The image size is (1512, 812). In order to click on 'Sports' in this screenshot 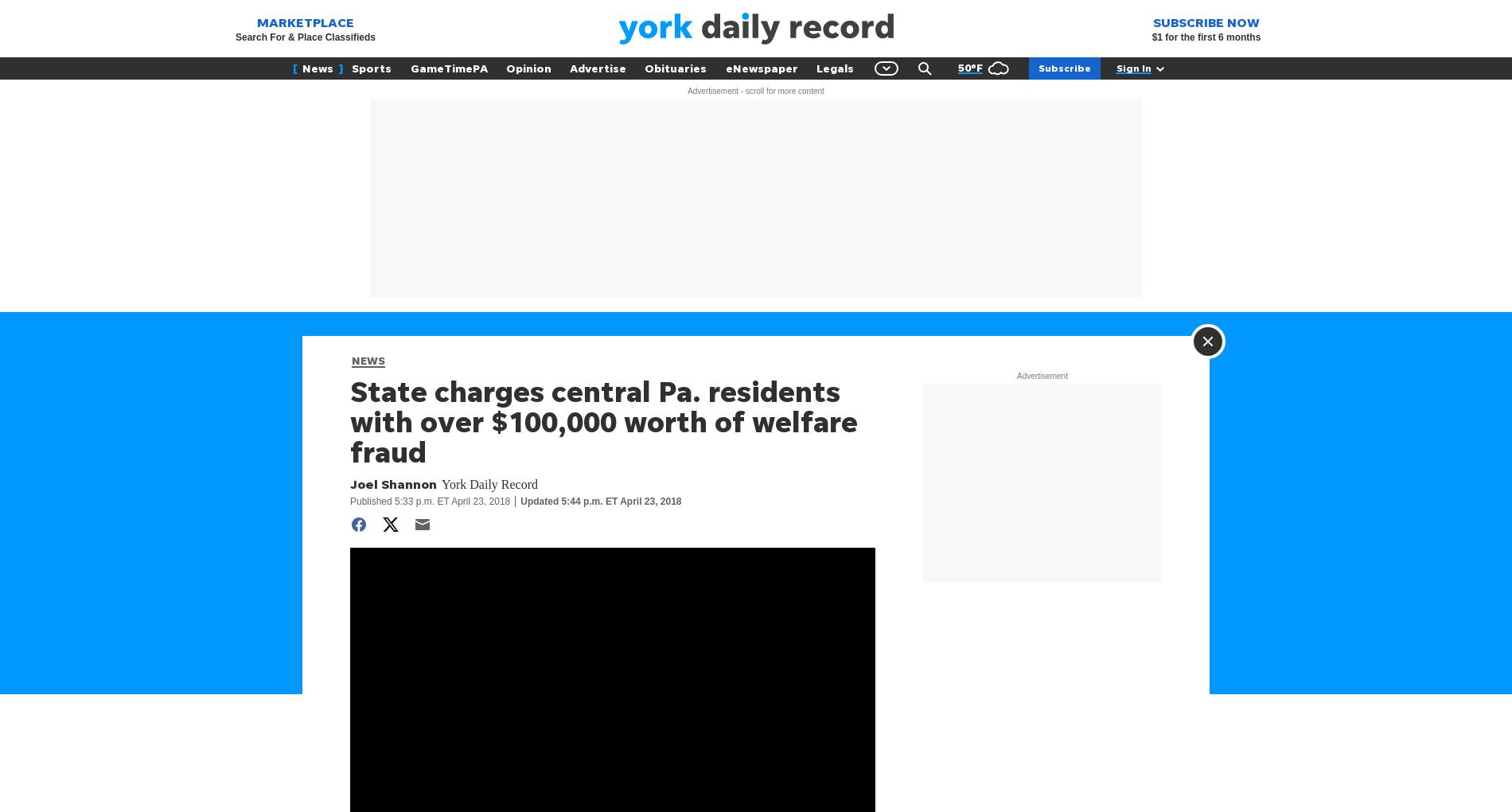, I will do `click(371, 68)`.